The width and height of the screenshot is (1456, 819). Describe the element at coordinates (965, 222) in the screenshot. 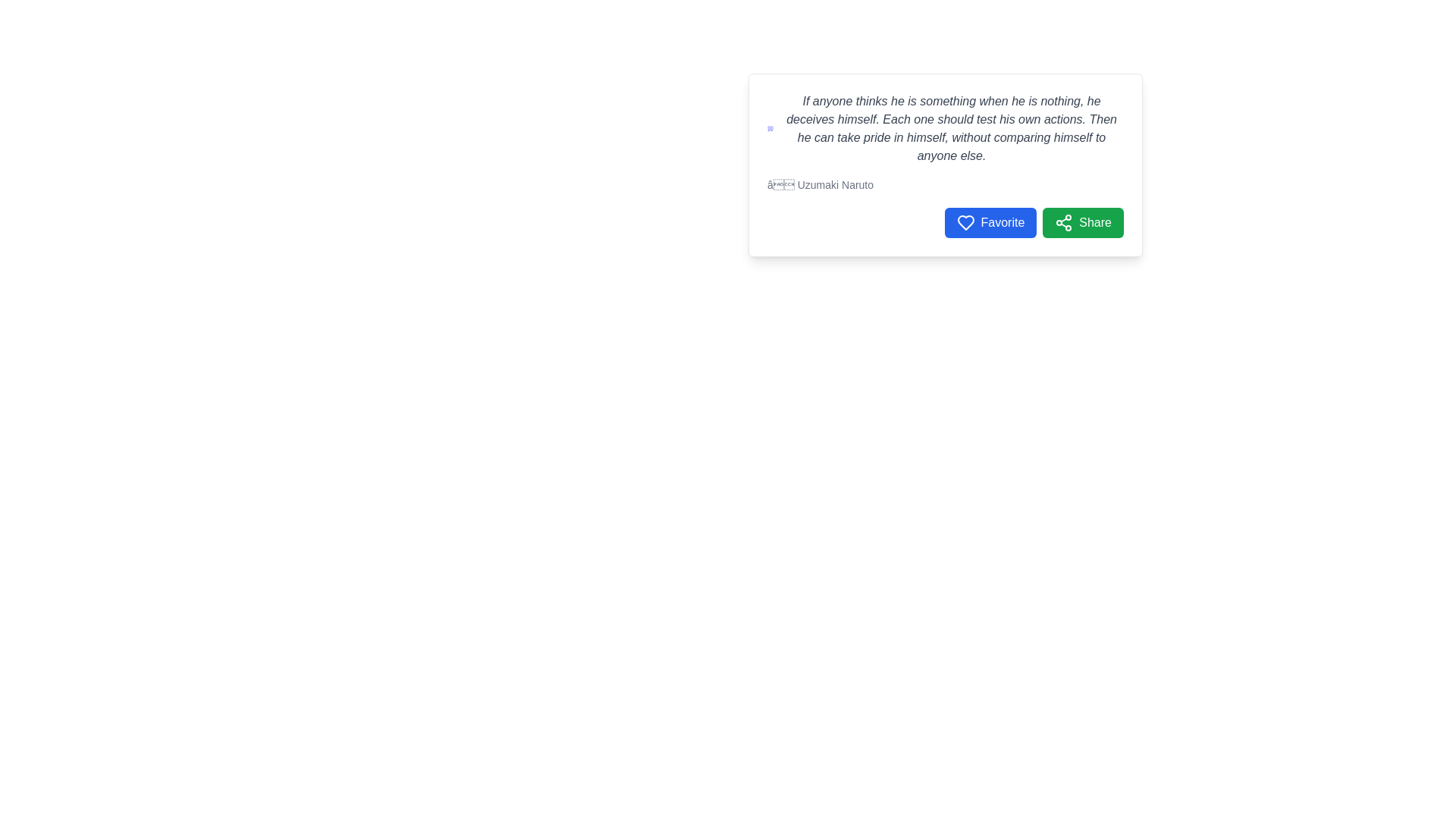

I see `the 'Favorite' icon located to the left of the 'Favorite' text in the bottom right corner of the text panel` at that location.